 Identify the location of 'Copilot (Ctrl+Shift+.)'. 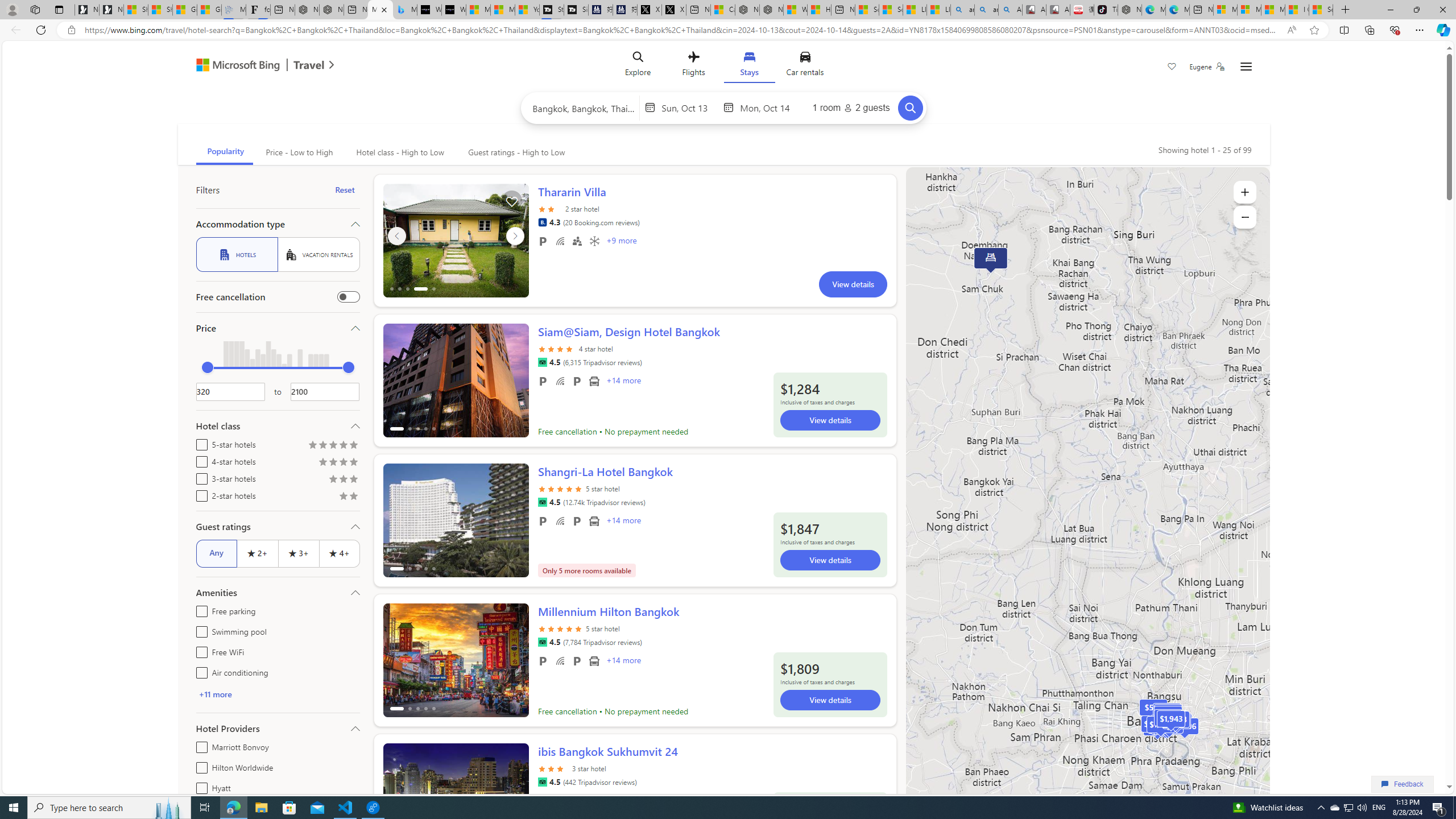
(1442, 29).